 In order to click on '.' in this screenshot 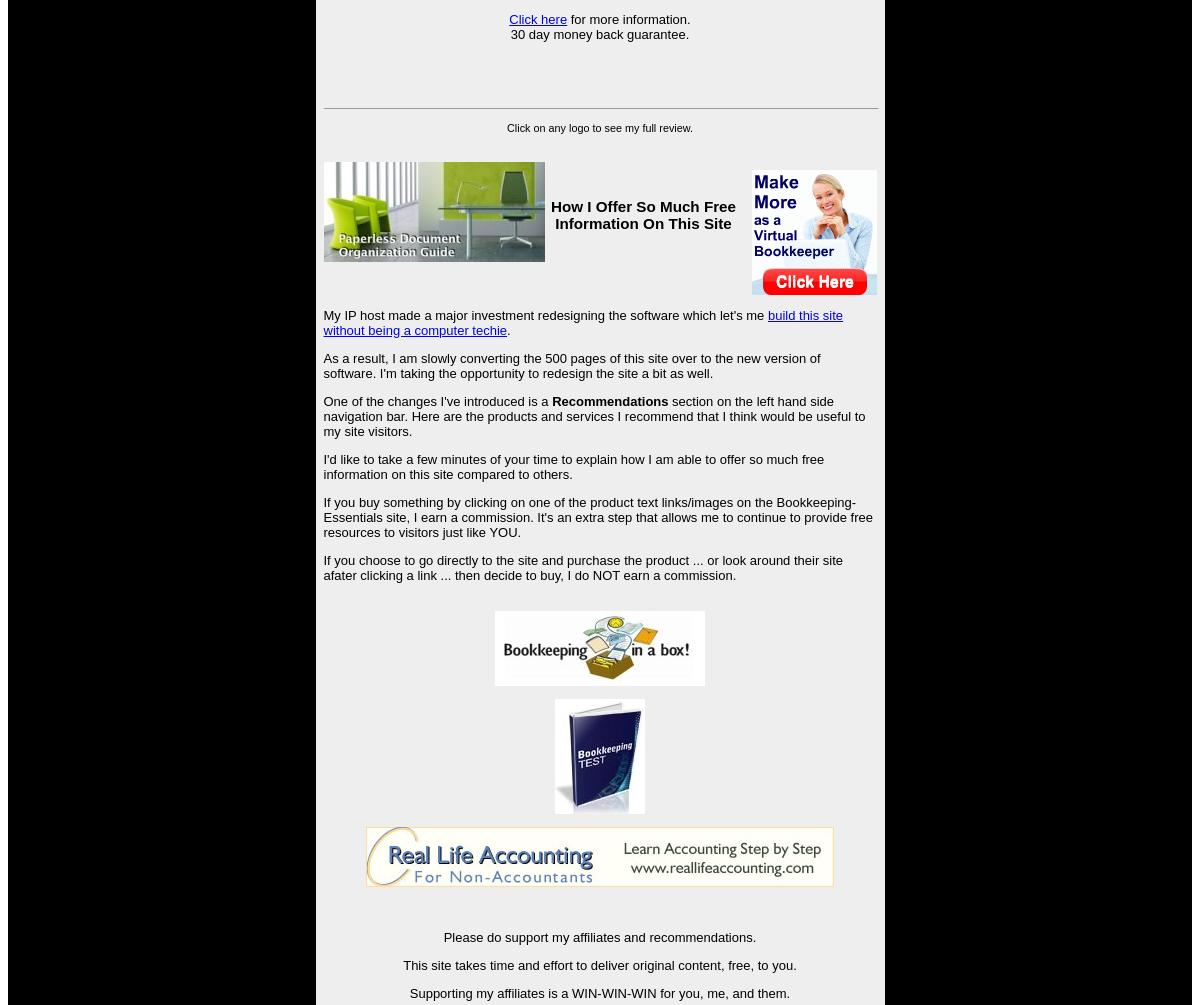, I will do `click(507, 328)`.